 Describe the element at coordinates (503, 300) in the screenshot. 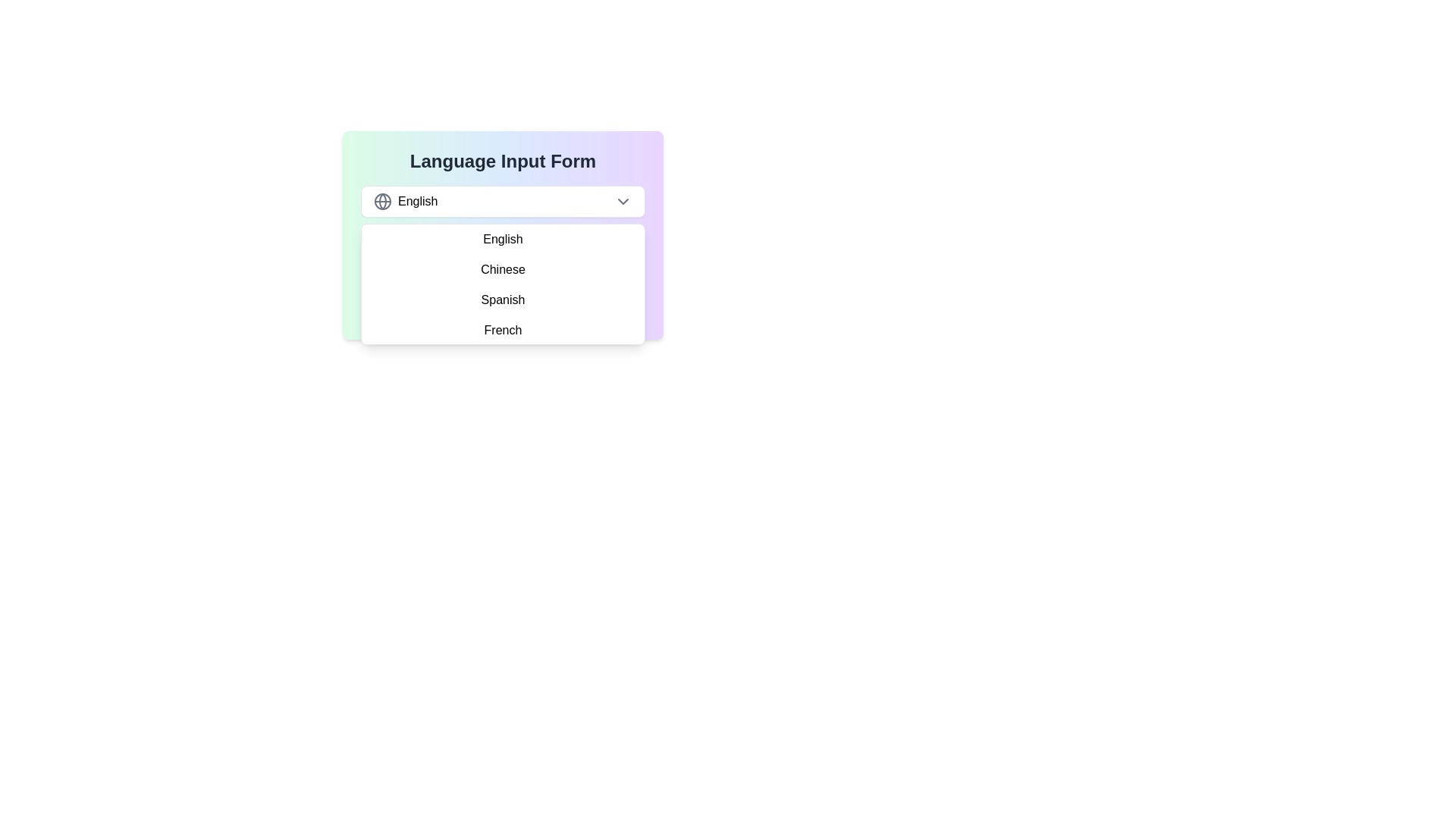

I see `the 'Spanish' language option in the dropdown menu` at that location.